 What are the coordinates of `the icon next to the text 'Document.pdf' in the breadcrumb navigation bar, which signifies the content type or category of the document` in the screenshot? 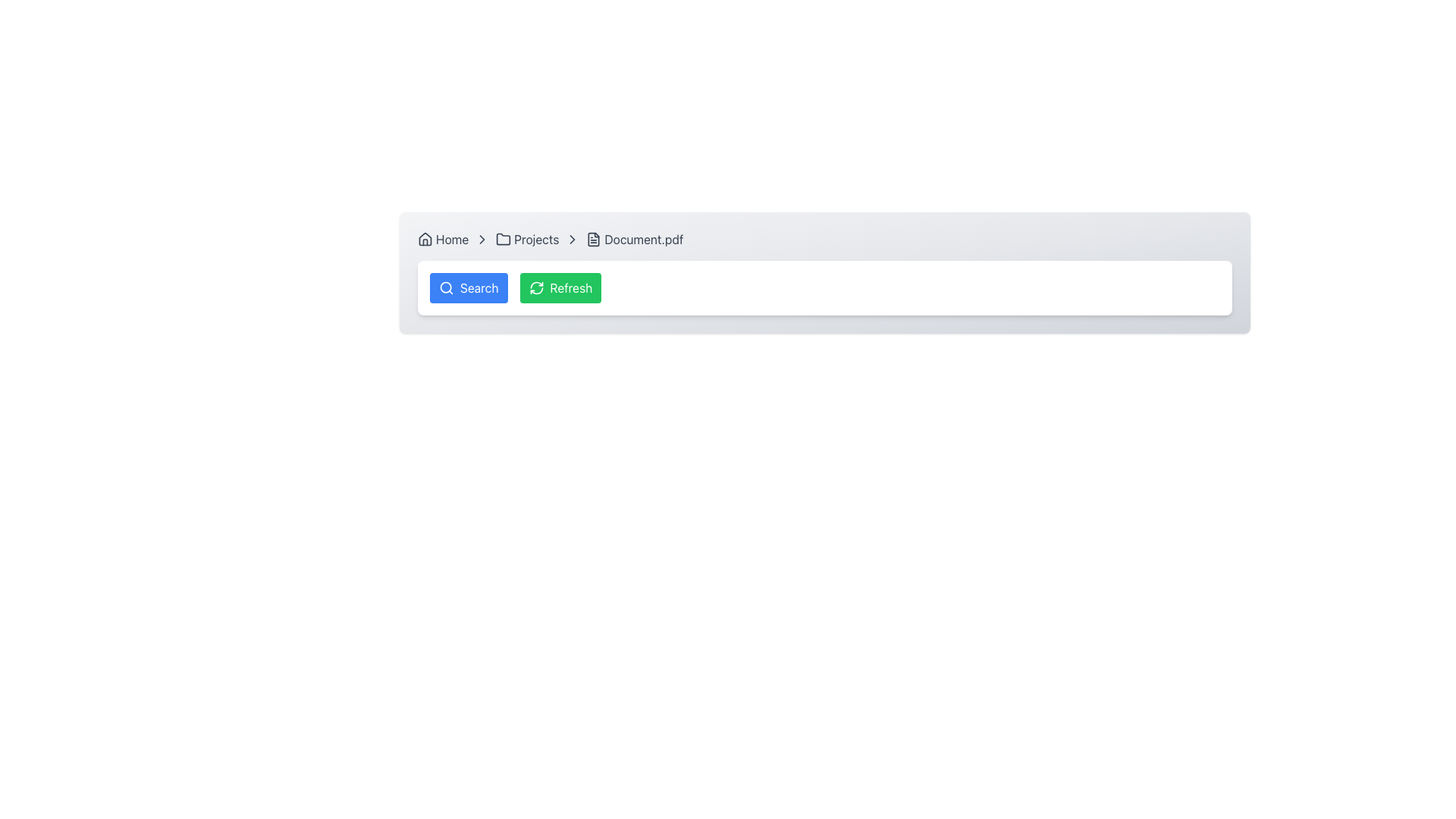 It's located at (593, 239).